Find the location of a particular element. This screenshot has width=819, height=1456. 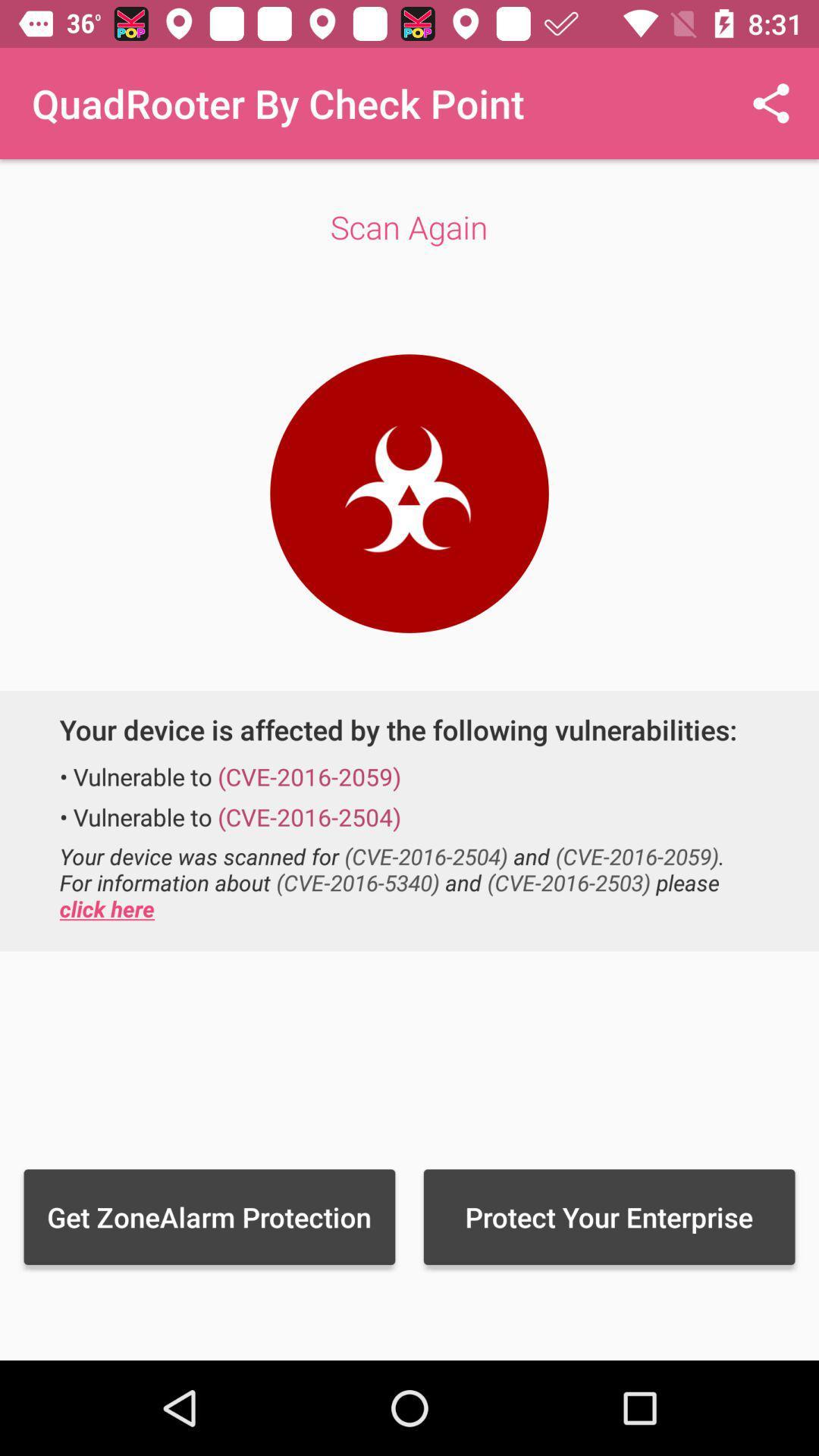

item at the top right corner is located at coordinates (771, 102).